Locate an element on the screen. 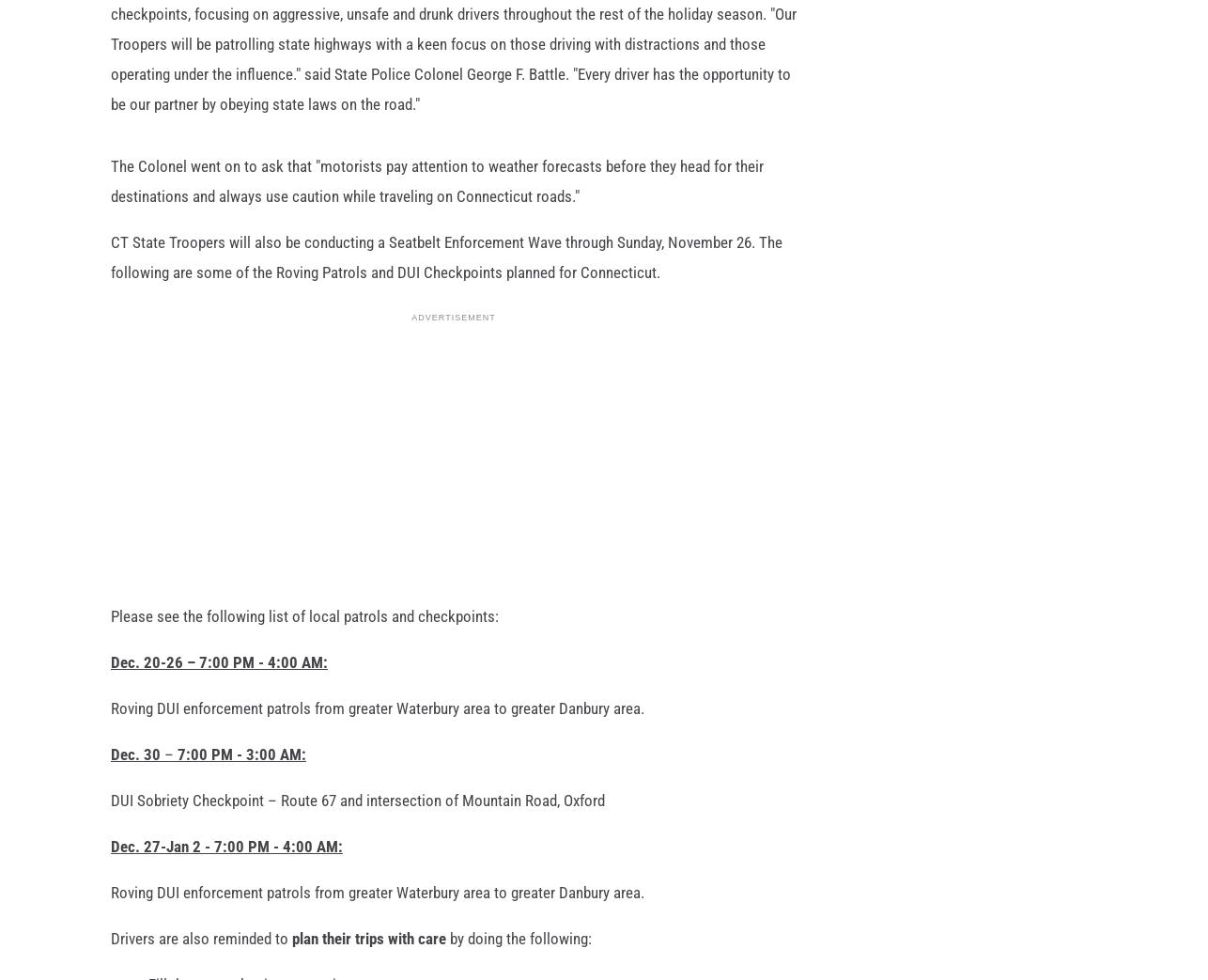  'CT State Troopers will also be conducting a Seatbelt Enforcement Wave through Sunday, November 26. The following are some of the Roving Patrols and DUI Checkpoints planned for Connecticut.' is located at coordinates (445, 270).